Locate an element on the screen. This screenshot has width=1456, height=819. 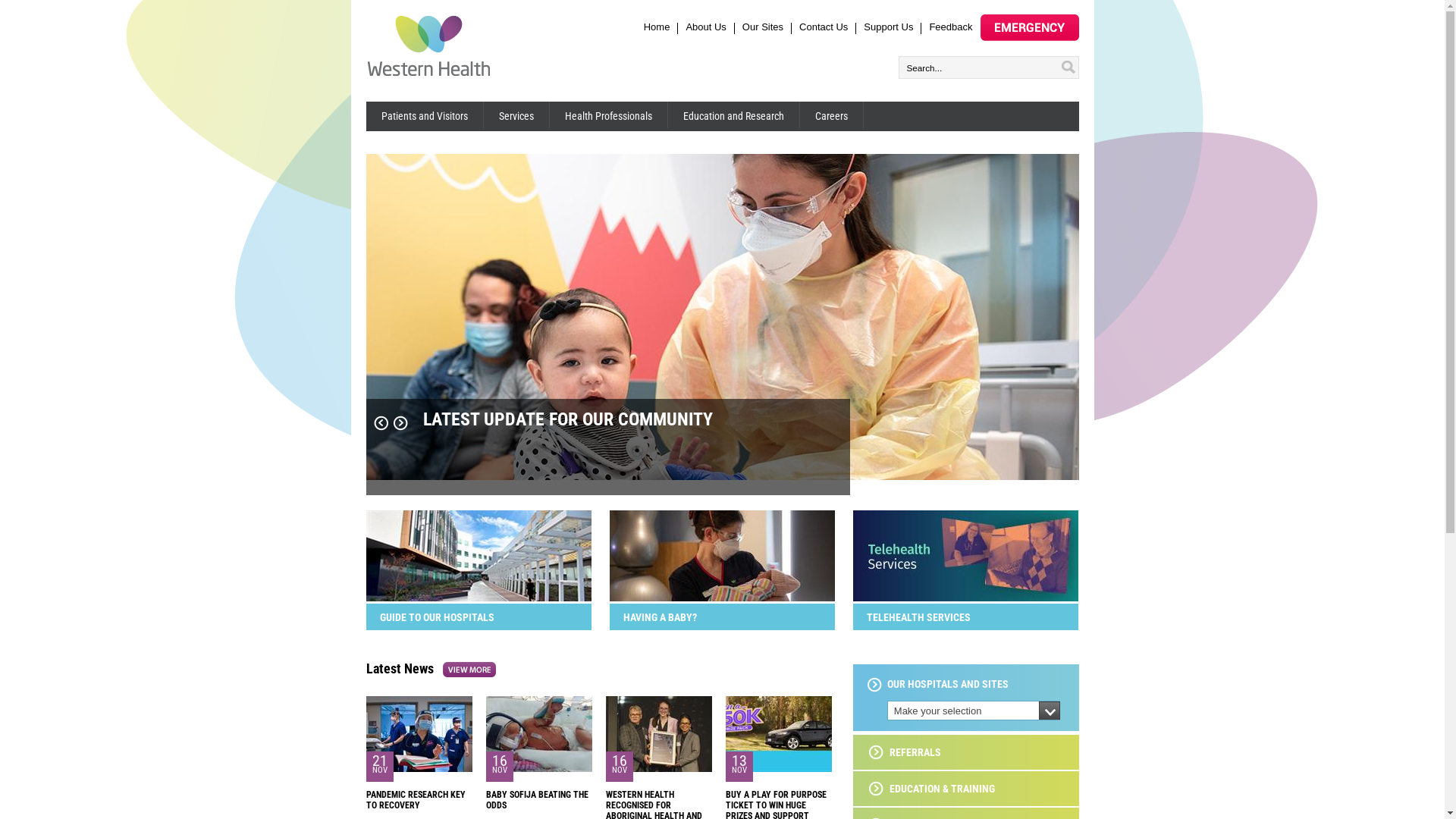
'Our Sites' is located at coordinates (763, 27).